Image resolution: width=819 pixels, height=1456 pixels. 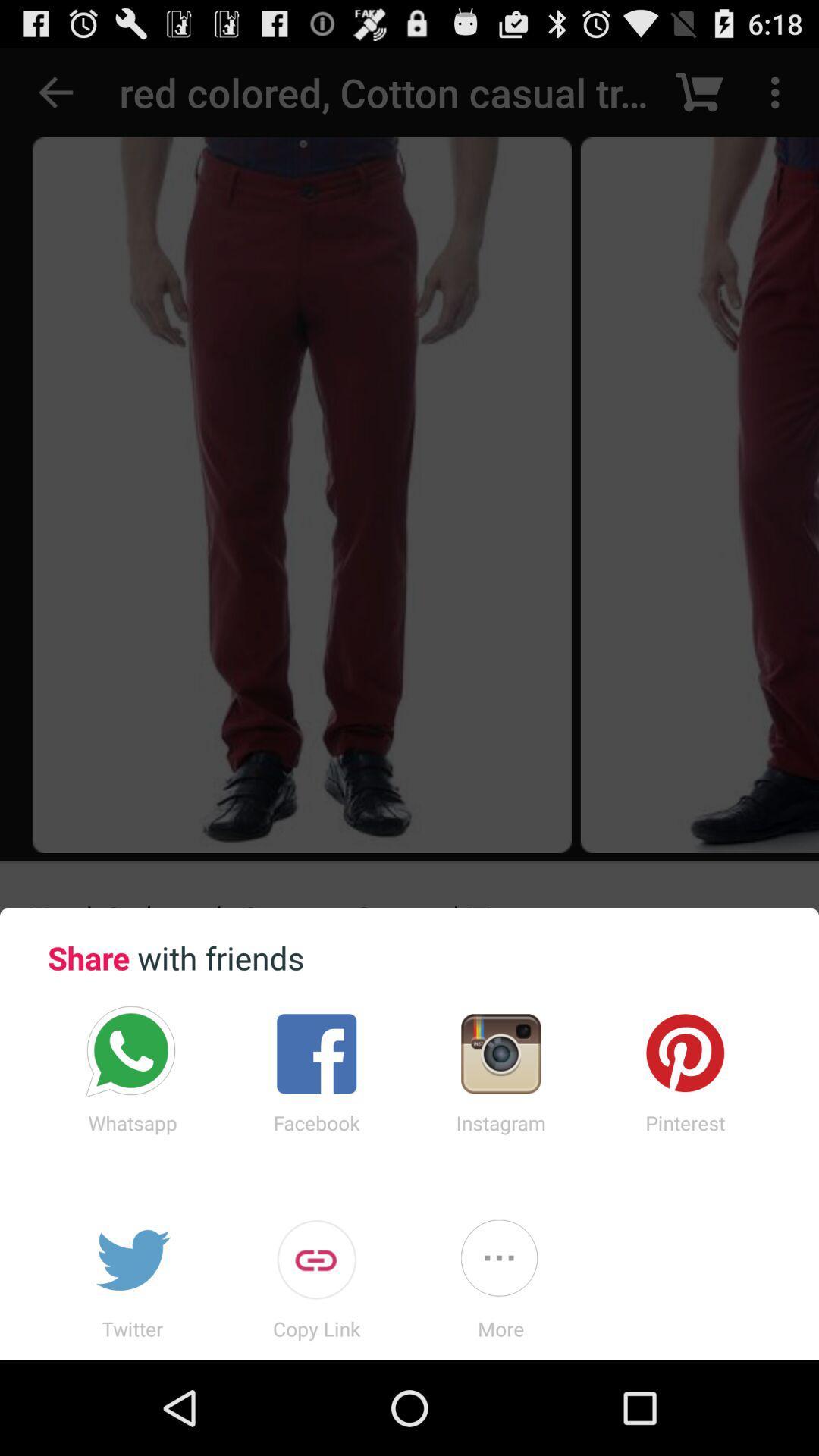 What do you see at coordinates (409, 477) in the screenshot?
I see `the icon at the top` at bounding box center [409, 477].